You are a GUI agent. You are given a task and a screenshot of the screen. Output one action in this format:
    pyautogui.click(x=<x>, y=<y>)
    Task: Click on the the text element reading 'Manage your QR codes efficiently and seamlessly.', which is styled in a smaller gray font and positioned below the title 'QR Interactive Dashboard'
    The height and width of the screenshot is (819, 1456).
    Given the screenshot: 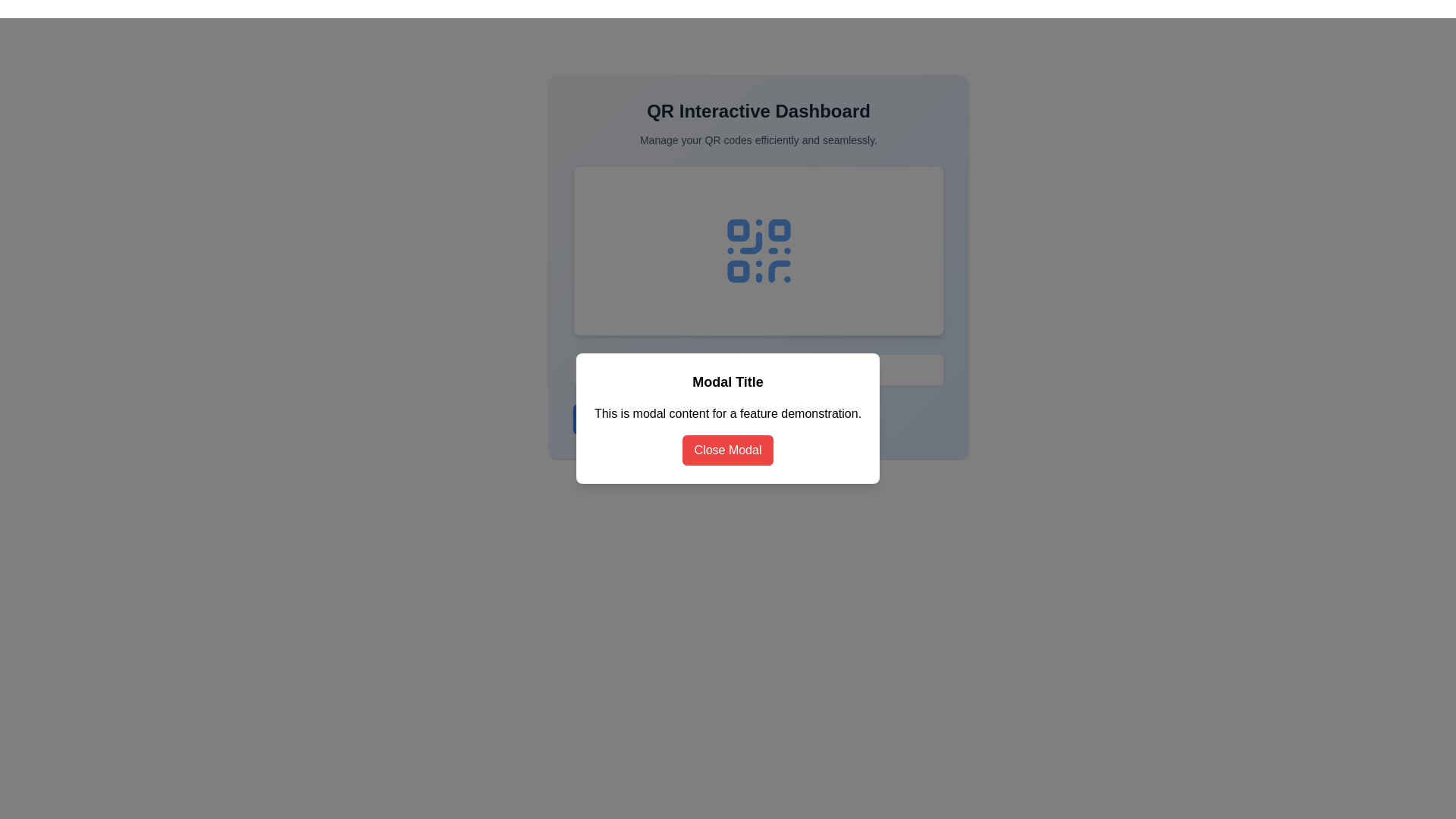 What is the action you would take?
    pyautogui.click(x=758, y=140)
    